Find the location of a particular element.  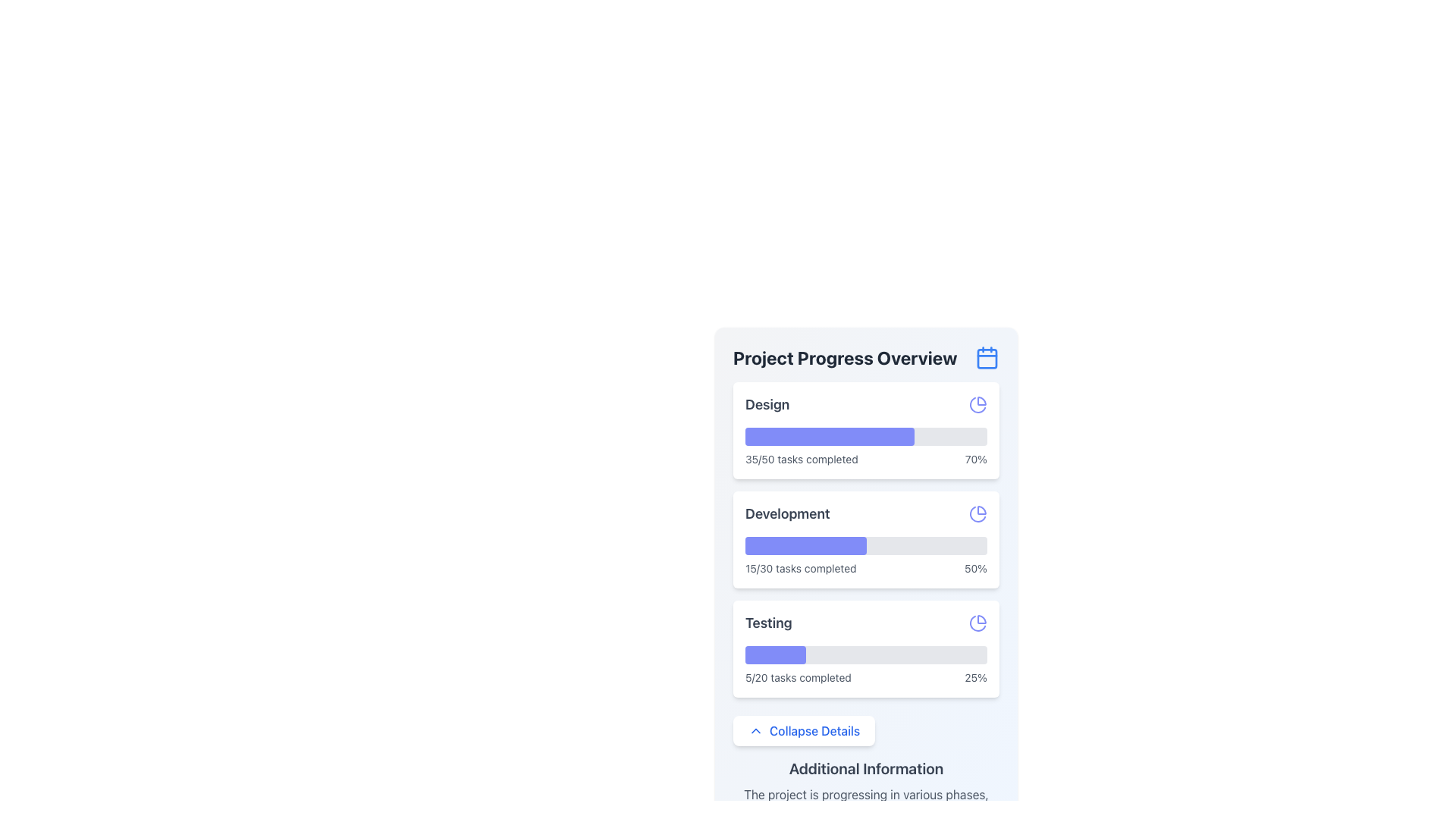

the progress bar indicating 70% completion located beneath the title 'Design' in the 'Project Progress Overview' component is located at coordinates (866, 436).